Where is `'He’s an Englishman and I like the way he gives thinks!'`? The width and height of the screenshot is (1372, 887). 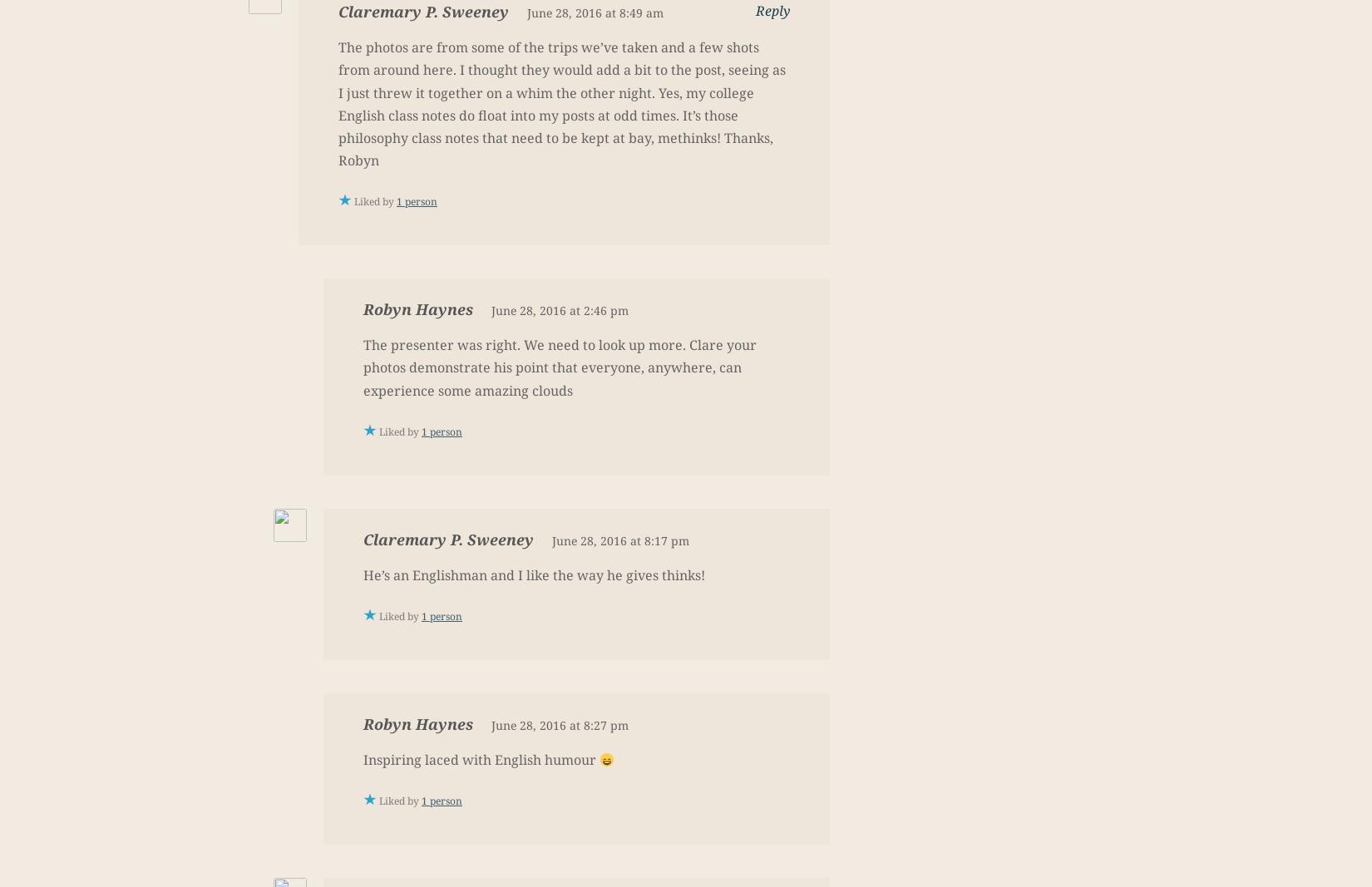
'He’s an Englishman and I like the way he gives thinks!' is located at coordinates (533, 574).